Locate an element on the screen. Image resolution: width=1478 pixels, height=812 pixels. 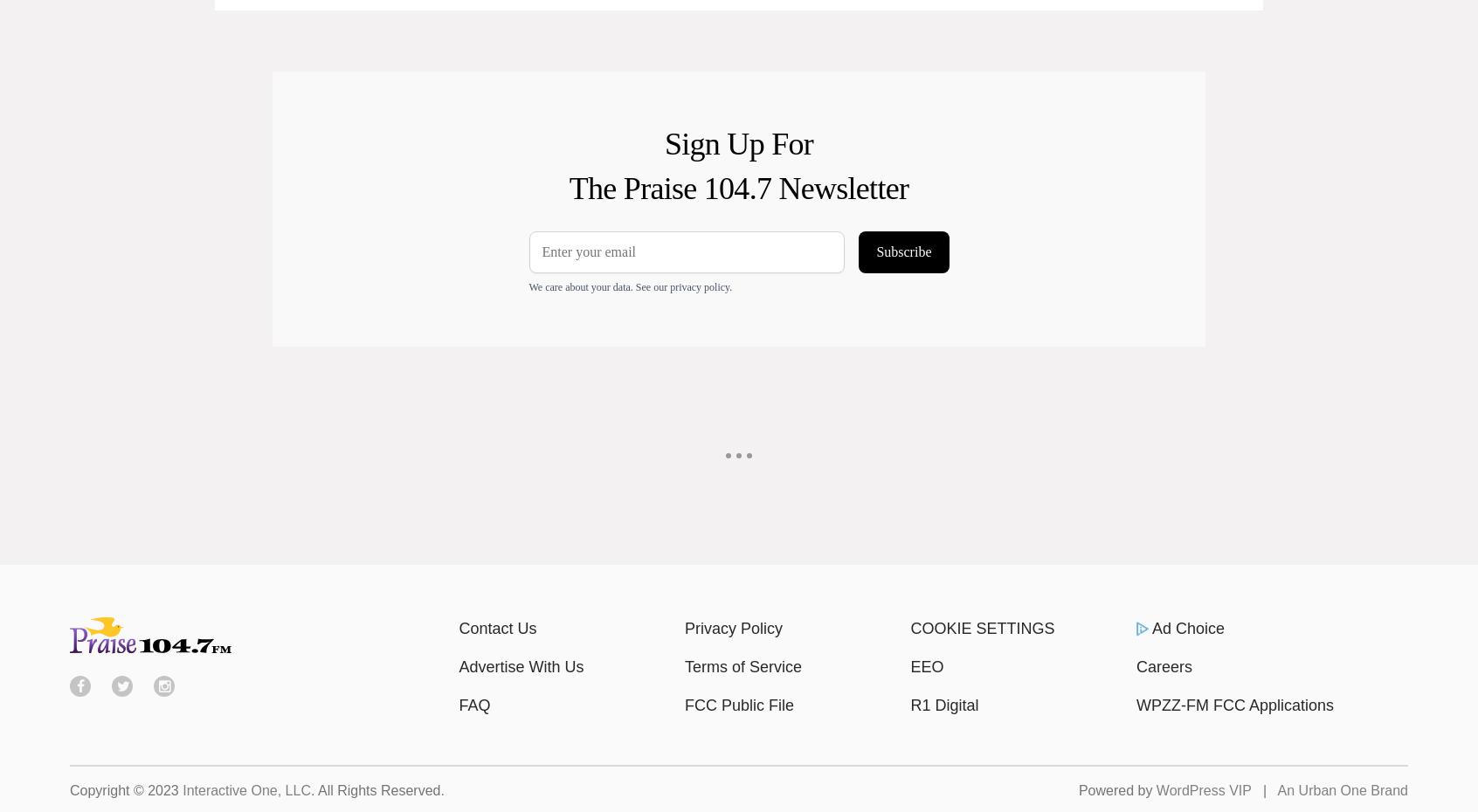
'We care about your data. See our' is located at coordinates (598, 286).